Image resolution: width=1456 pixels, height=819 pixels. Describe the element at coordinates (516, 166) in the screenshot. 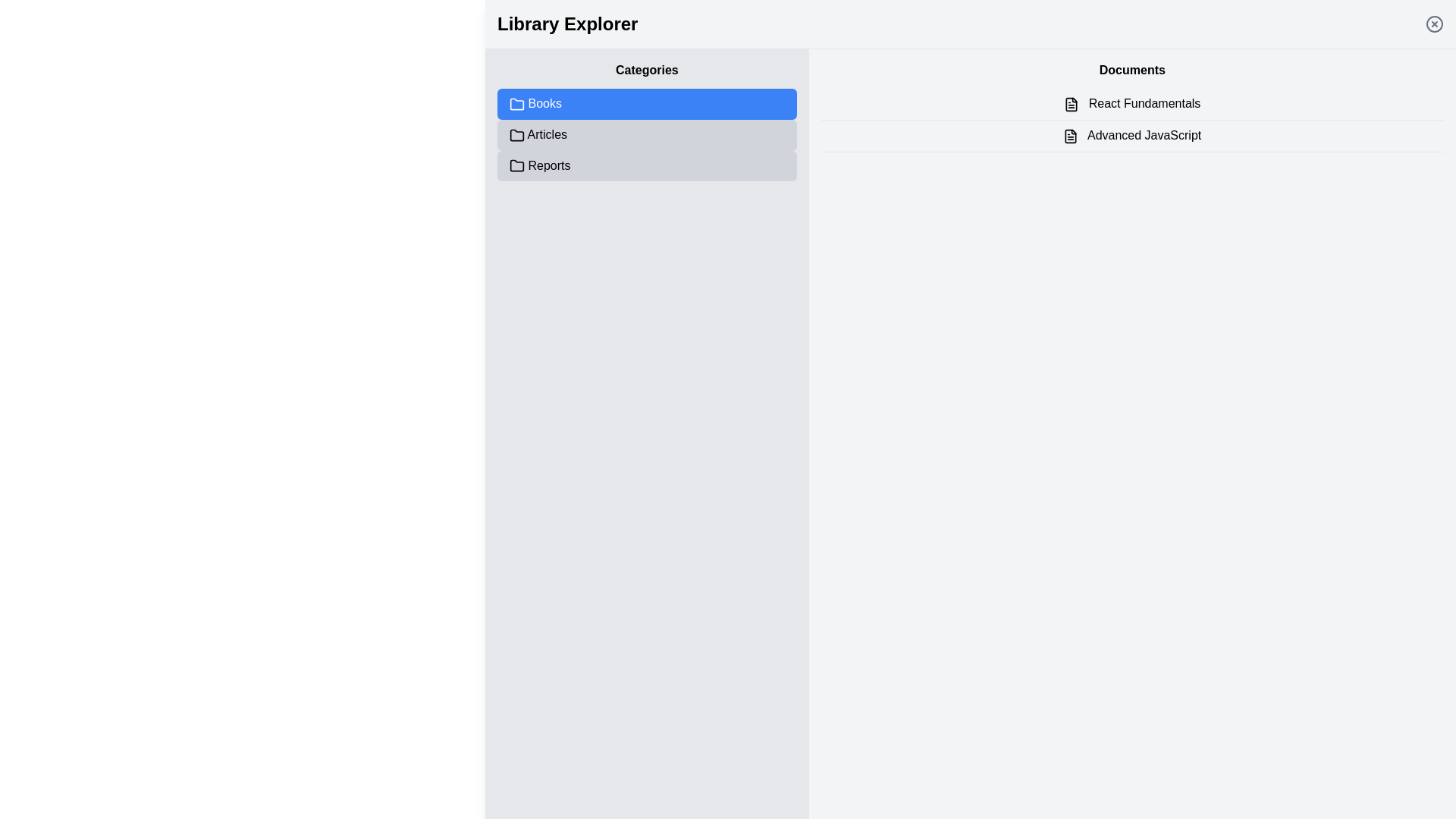

I see `the folder icon representing the 'Reports' category` at that location.